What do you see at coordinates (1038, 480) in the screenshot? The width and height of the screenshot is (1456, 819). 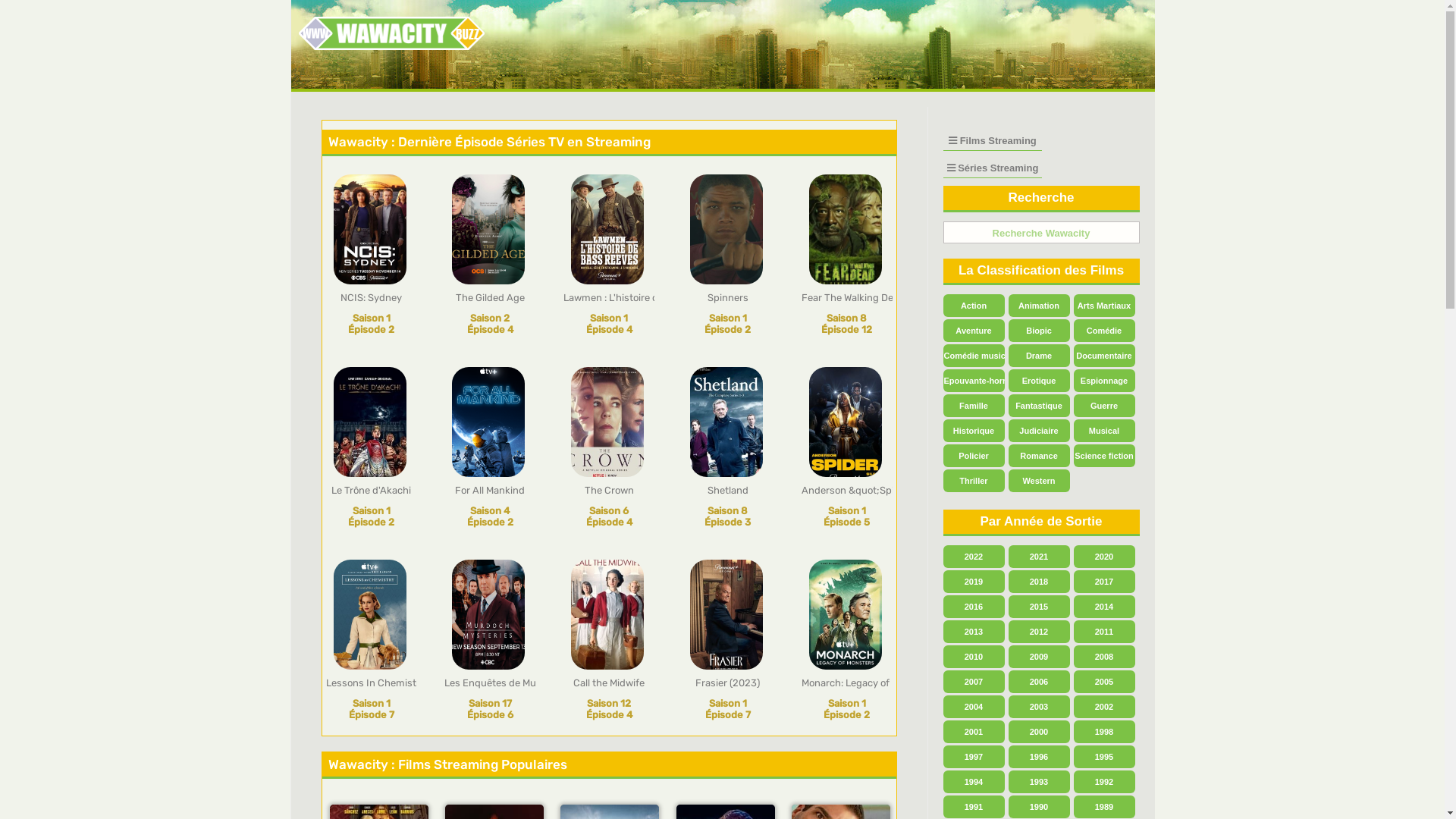 I see `'Western'` at bounding box center [1038, 480].